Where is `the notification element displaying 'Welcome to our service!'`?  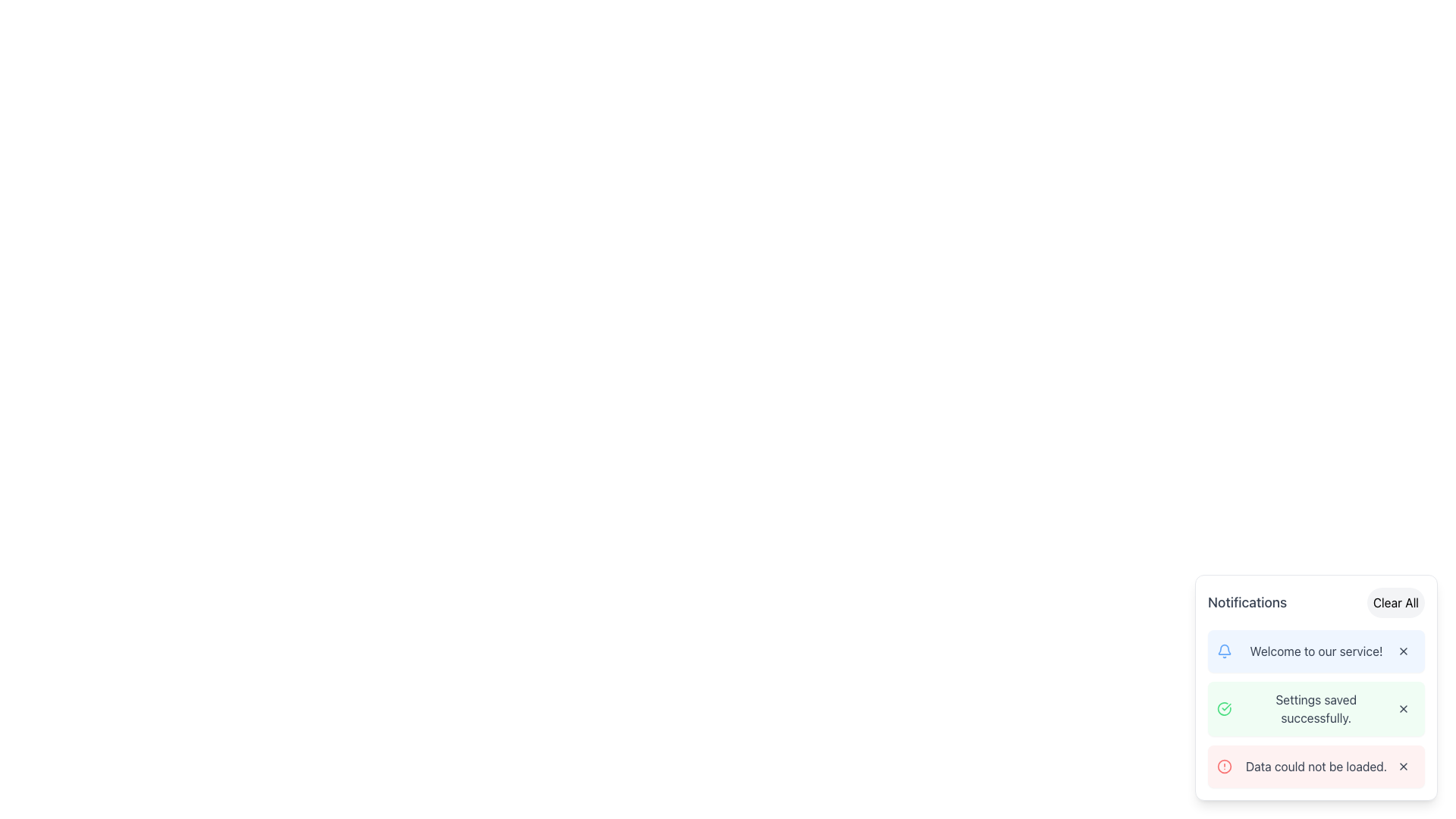 the notification element displaying 'Welcome to our service!' is located at coordinates (1316, 651).